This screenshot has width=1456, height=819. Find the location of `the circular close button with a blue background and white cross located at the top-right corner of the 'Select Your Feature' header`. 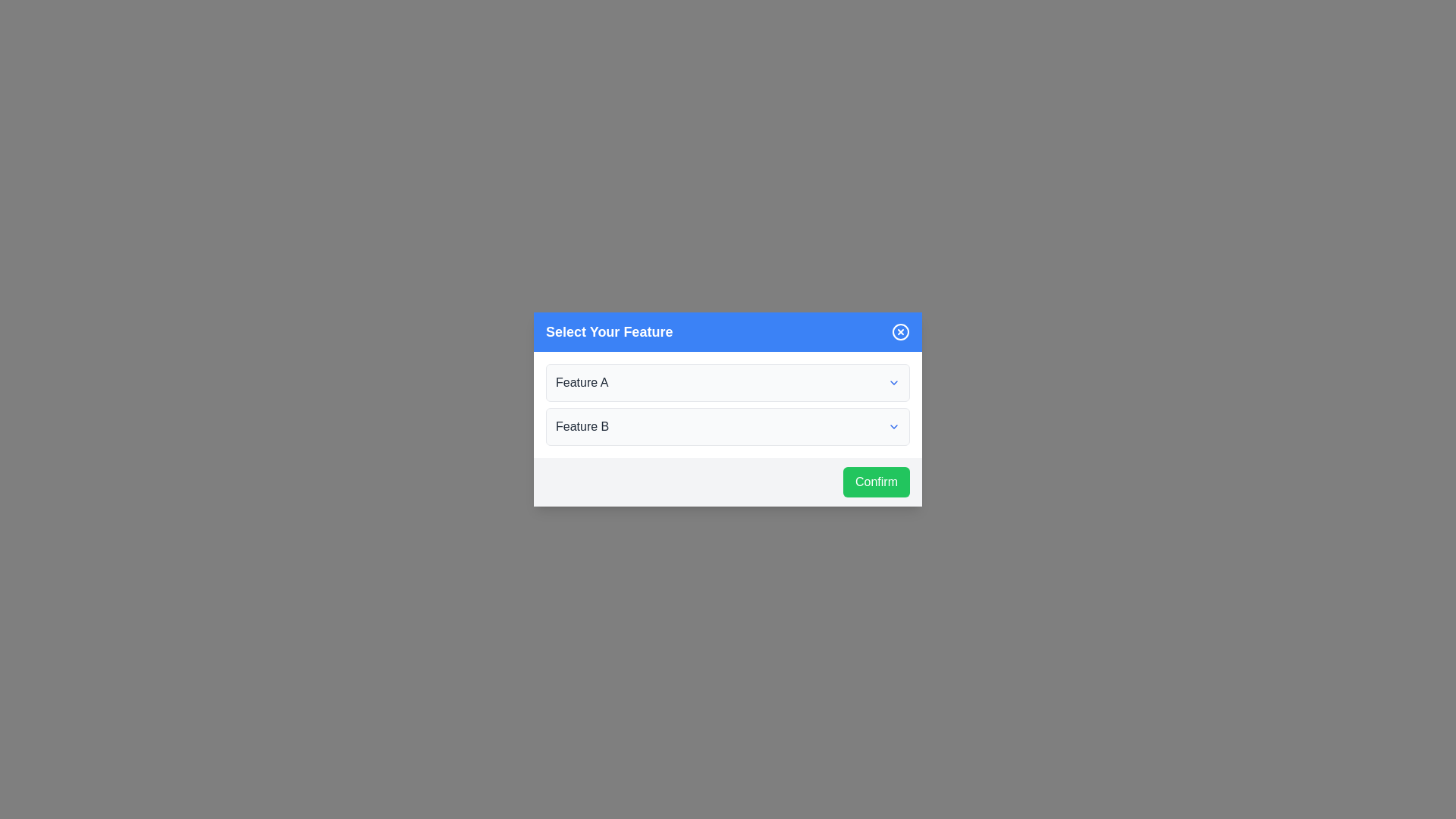

the circular close button with a blue background and white cross located at the top-right corner of the 'Select Your Feature' header is located at coordinates (901, 331).